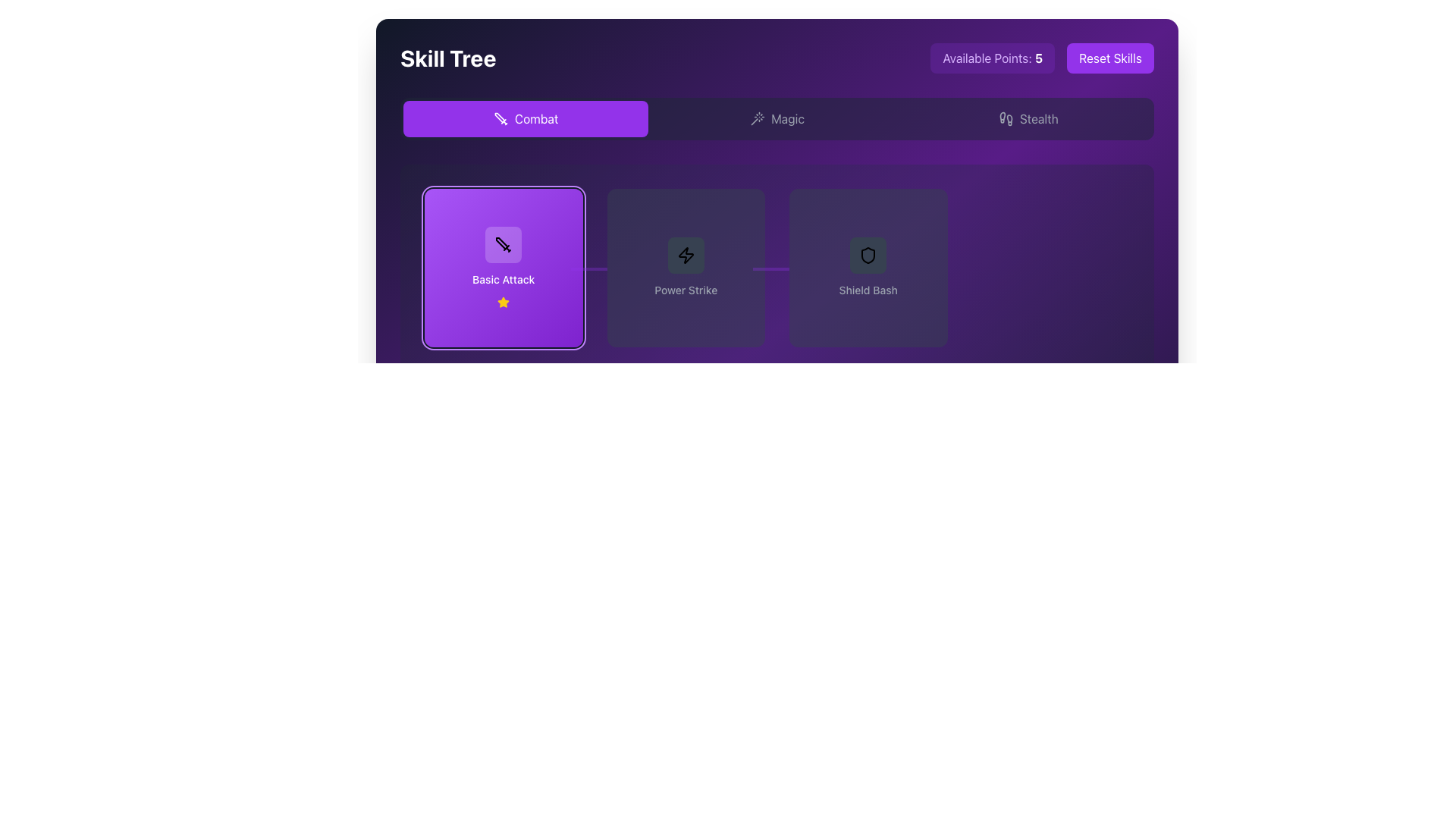 This screenshot has height=819, width=1456. What do you see at coordinates (526, 118) in the screenshot?
I see `the purple 'Combat' button with a sword icon` at bounding box center [526, 118].